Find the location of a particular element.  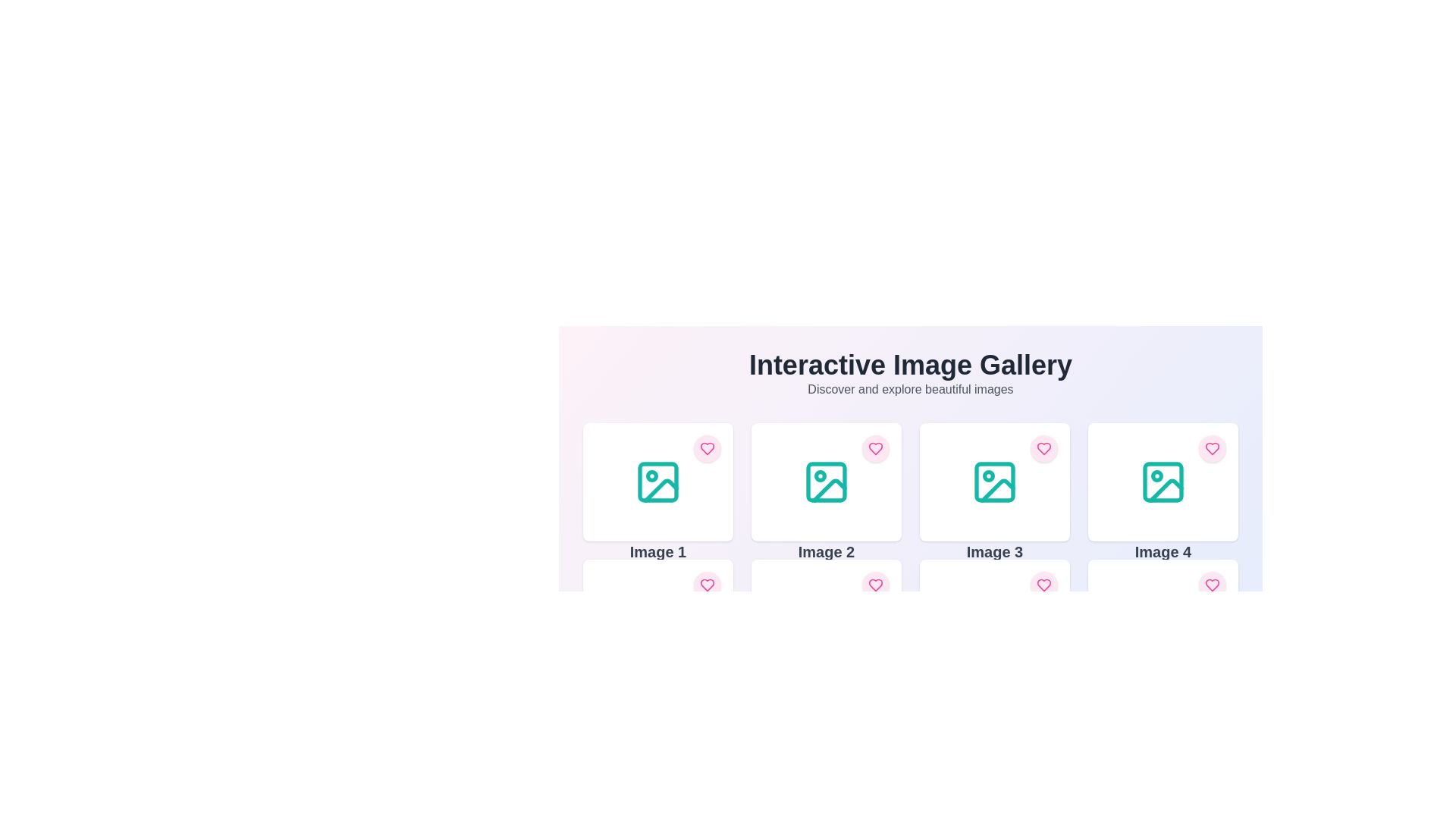

the primary icon representing 'Image 1', which is centrally positioned above the text 'Image 1' in the grid layout is located at coordinates (658, 482).